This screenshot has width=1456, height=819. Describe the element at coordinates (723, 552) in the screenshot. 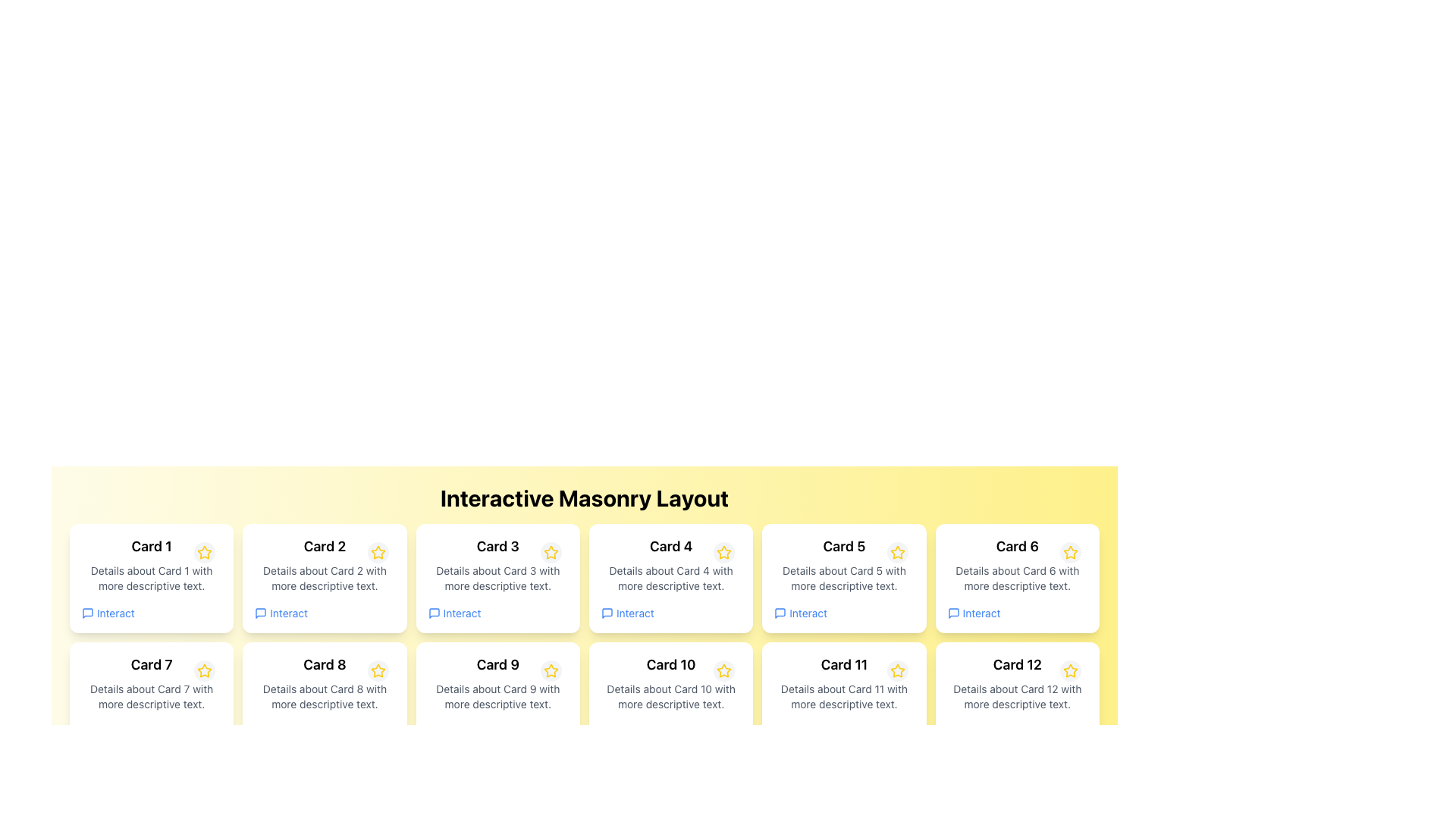

I see `the star icon with a yellow outline, located in the fourth card of the grid layout` at that location.